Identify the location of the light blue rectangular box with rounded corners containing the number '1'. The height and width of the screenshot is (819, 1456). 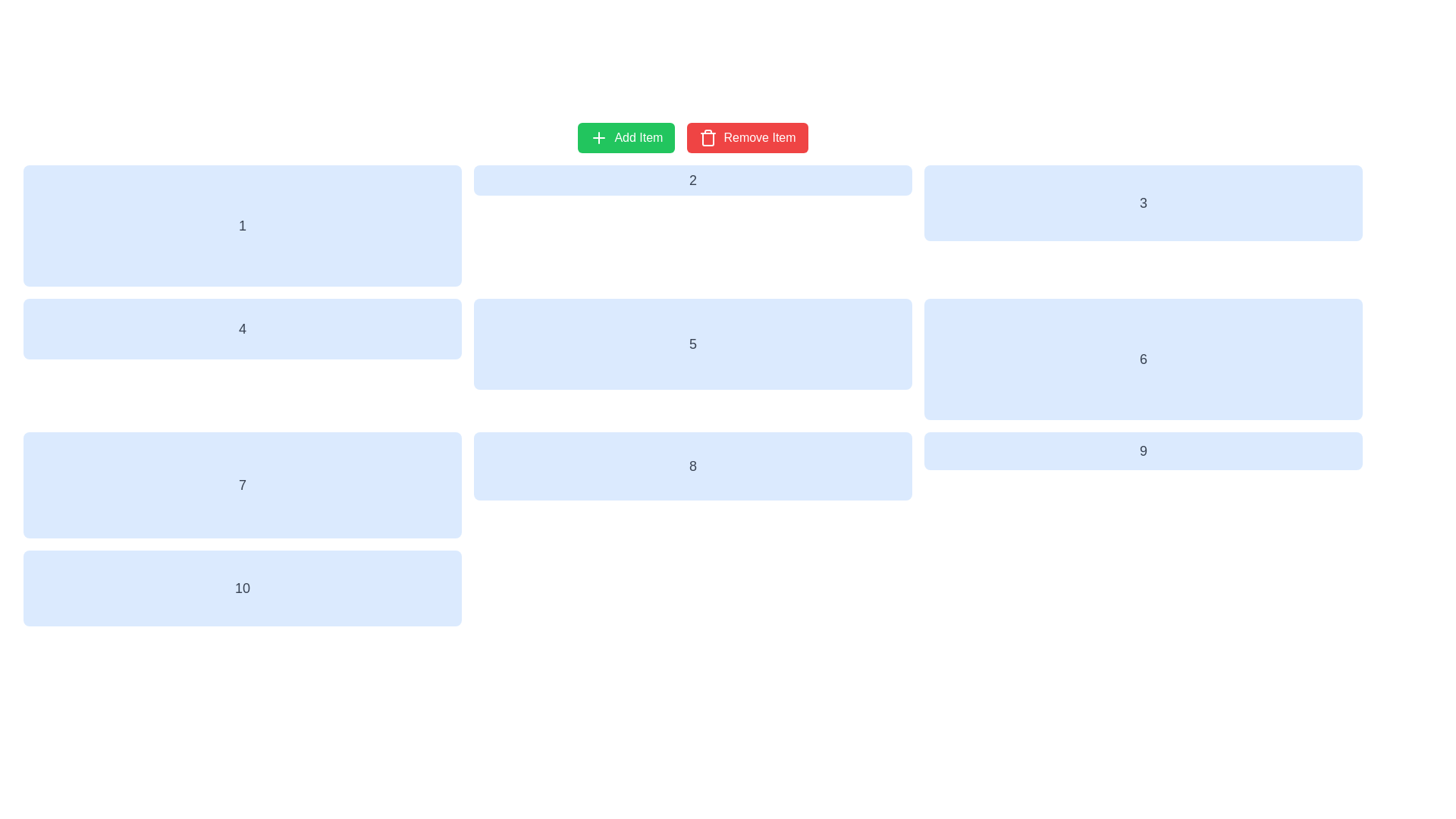
(243, 225).